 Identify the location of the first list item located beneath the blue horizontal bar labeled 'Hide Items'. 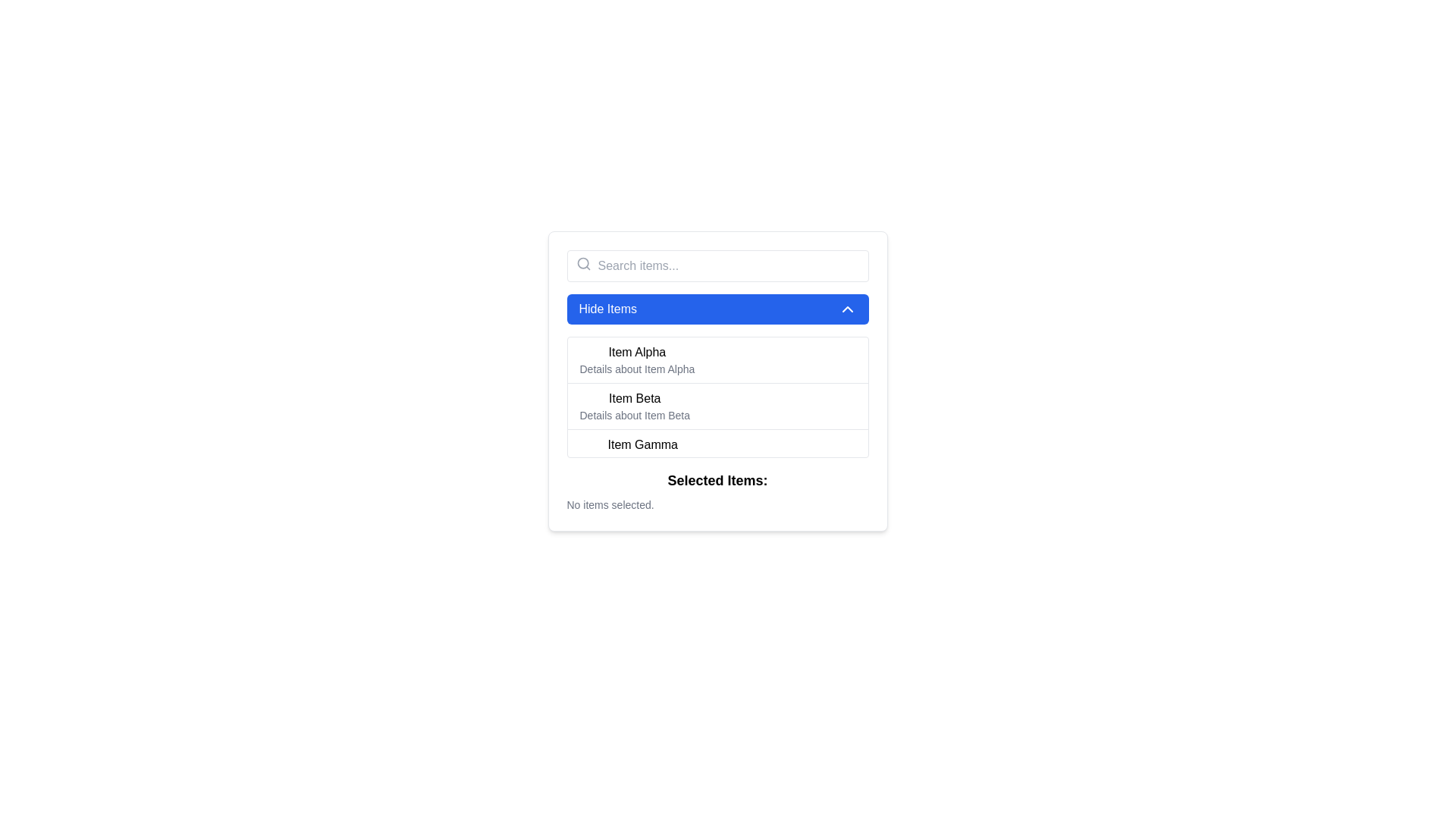
(637, 359).